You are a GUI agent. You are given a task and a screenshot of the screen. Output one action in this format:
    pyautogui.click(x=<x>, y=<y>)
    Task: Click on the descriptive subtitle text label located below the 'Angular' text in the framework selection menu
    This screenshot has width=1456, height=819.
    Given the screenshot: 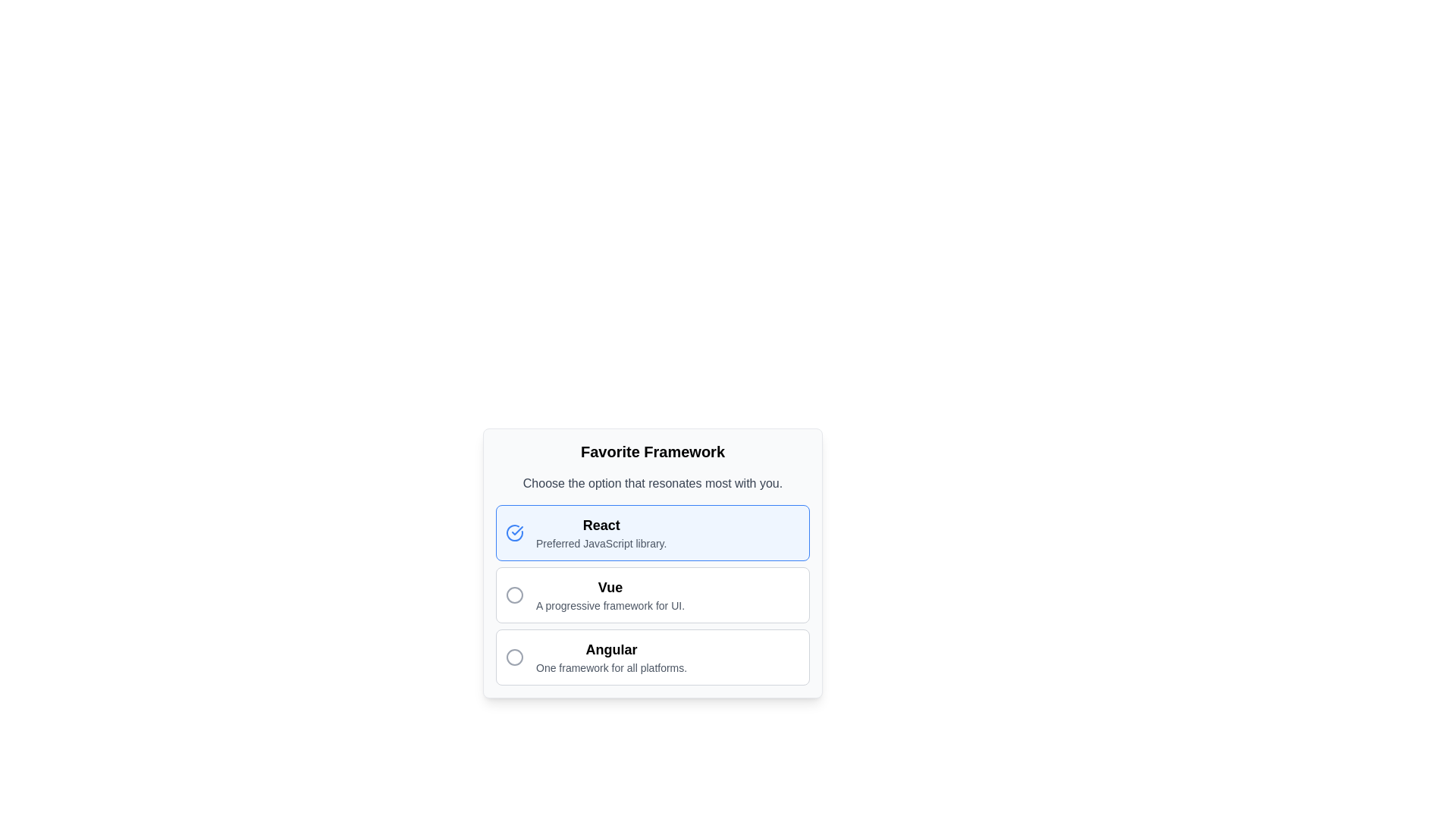 What is the action you would take?
    pyautogui.click(x=611, y=667)
    